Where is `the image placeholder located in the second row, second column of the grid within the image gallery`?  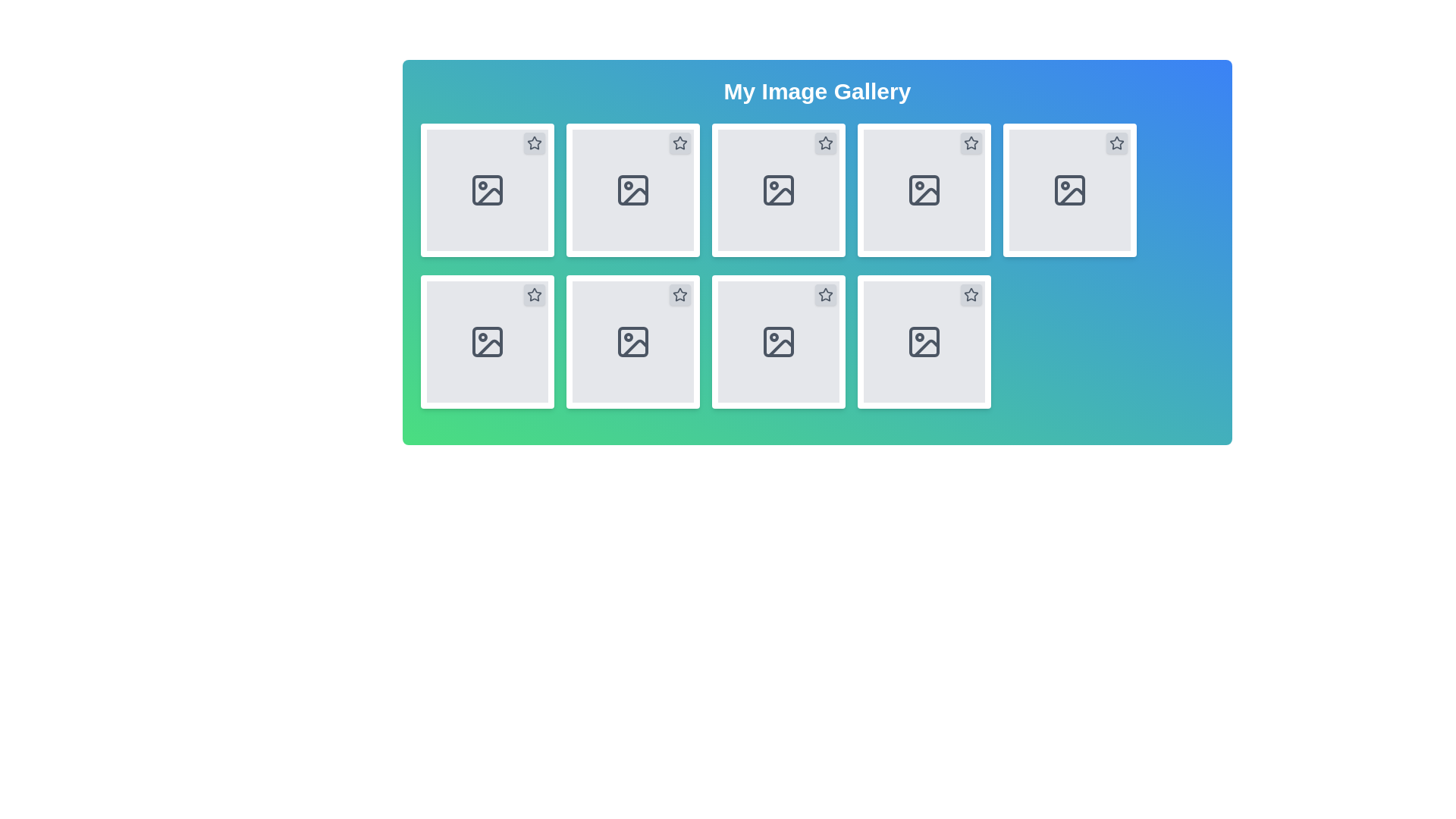
the image placeholder located in the second row, second column of the grid within the image gallery is located at coordinates (633, 342).